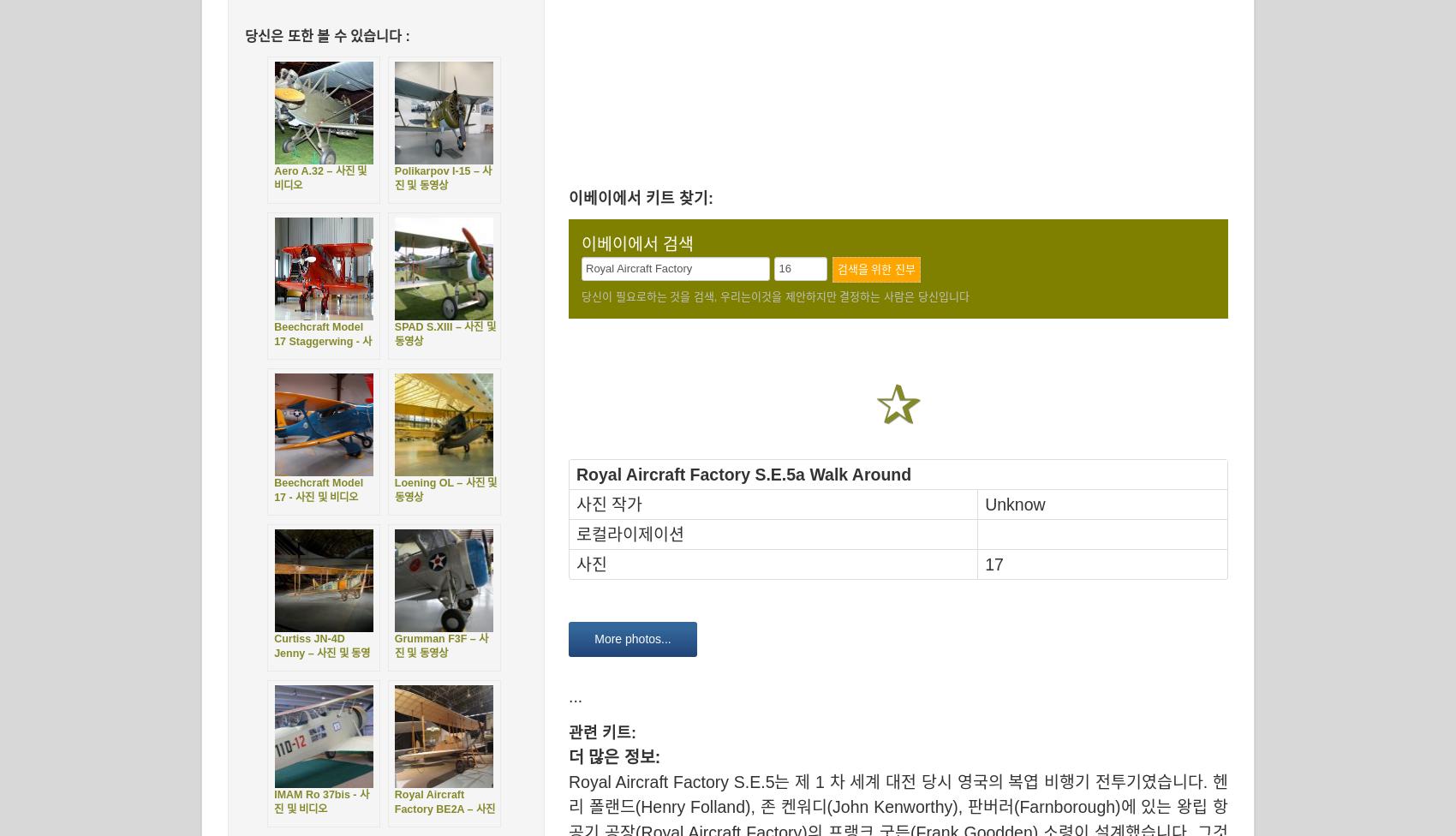 The height and width of the screenshot is (836, 1456). What do you see at coordinates (326, 35) in the screenshot?
I see `'당신은 또한 볼 수 있습니다 :'` at bounding box center [326, 35].